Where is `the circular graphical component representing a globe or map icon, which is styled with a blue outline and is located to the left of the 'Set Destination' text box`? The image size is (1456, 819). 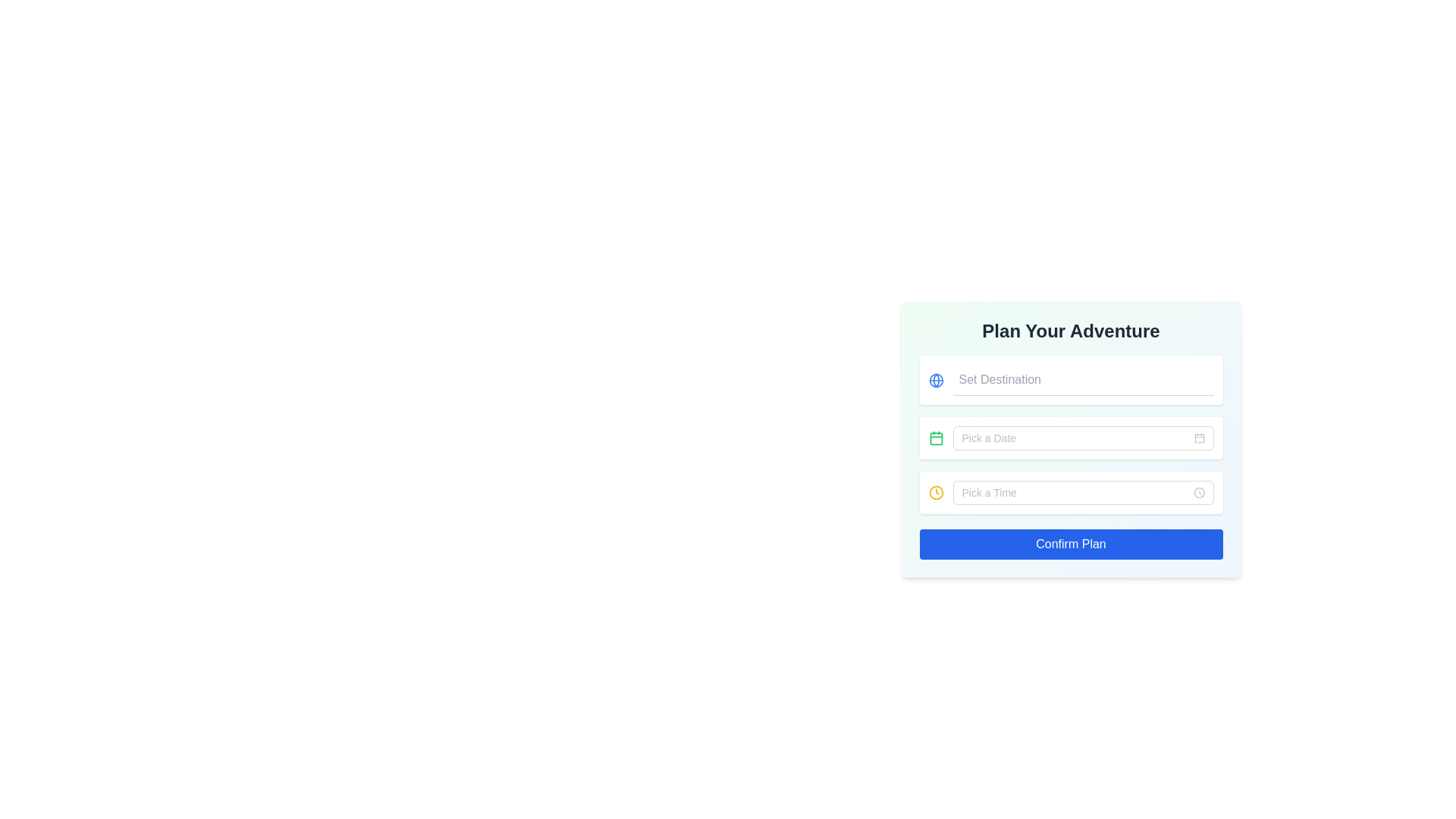 the circular graphical component representing a globe or map icon, which is styled with a blue outline and is located to the left of the 'Set Destination' text box is located at coordinates (935, 379).